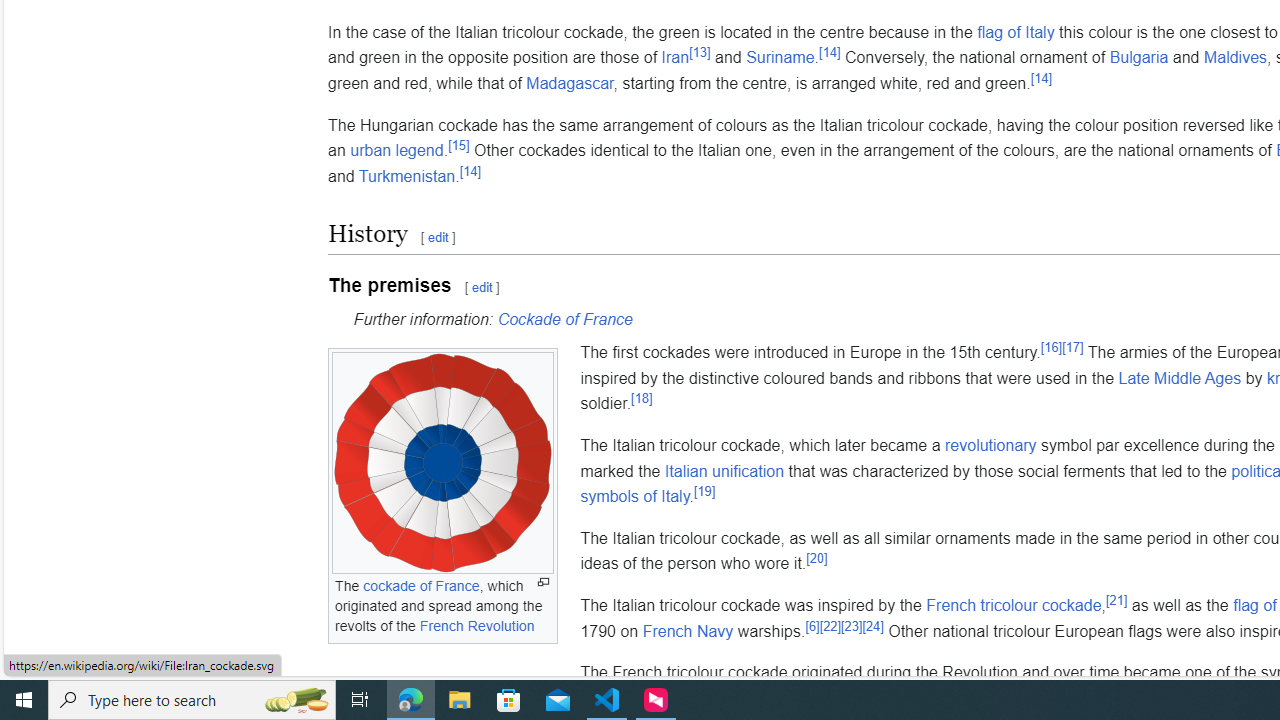 This screenshot has width=1280, height=720. What do you see at coordinates (441, 463) in the screenshot?
I see `'Class: mw-file-description'` at bounding box center [441, 463].